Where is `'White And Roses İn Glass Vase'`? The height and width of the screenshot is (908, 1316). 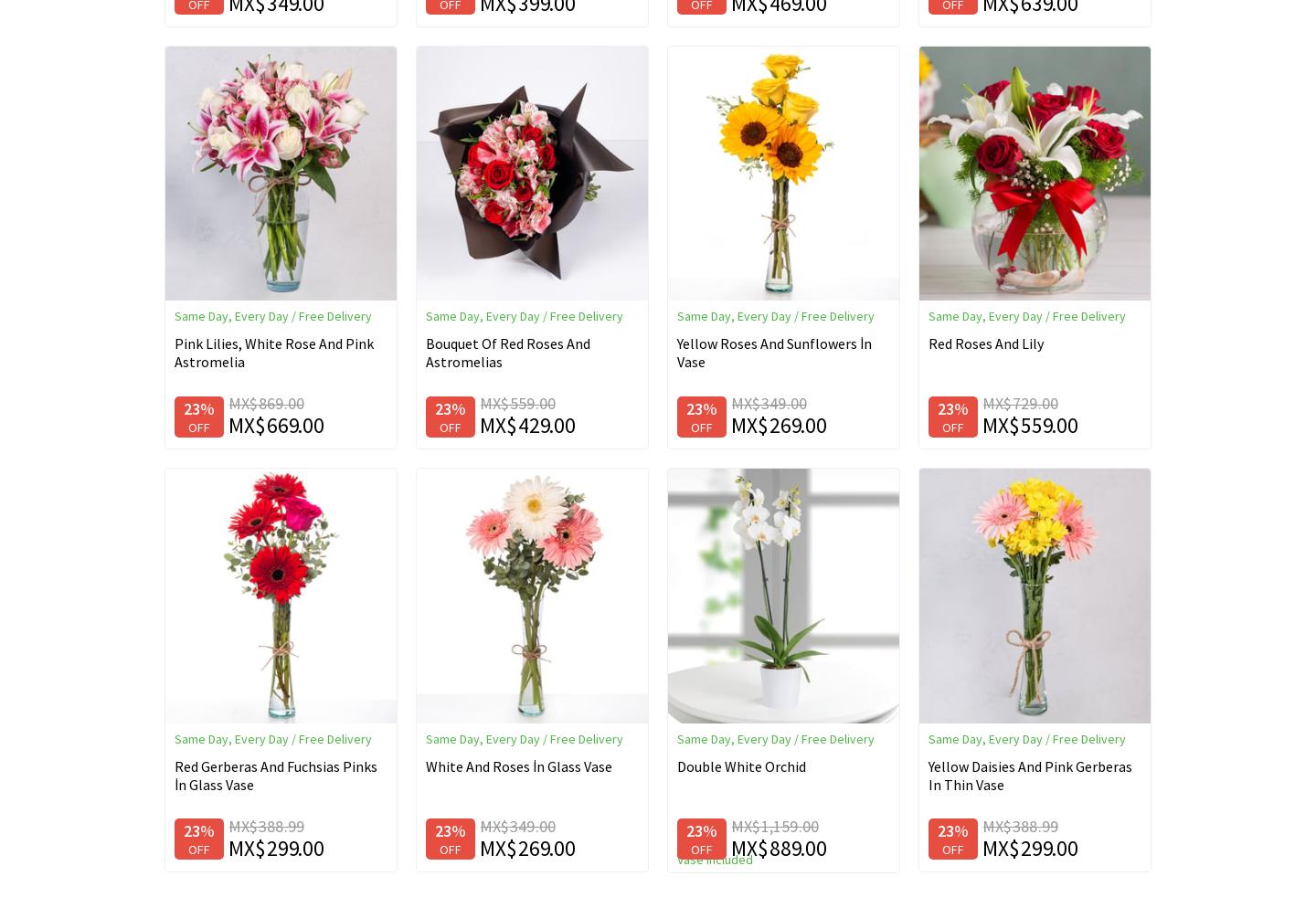 'White And Roses İn Glass Vase' is located at coordinates (425, 765).